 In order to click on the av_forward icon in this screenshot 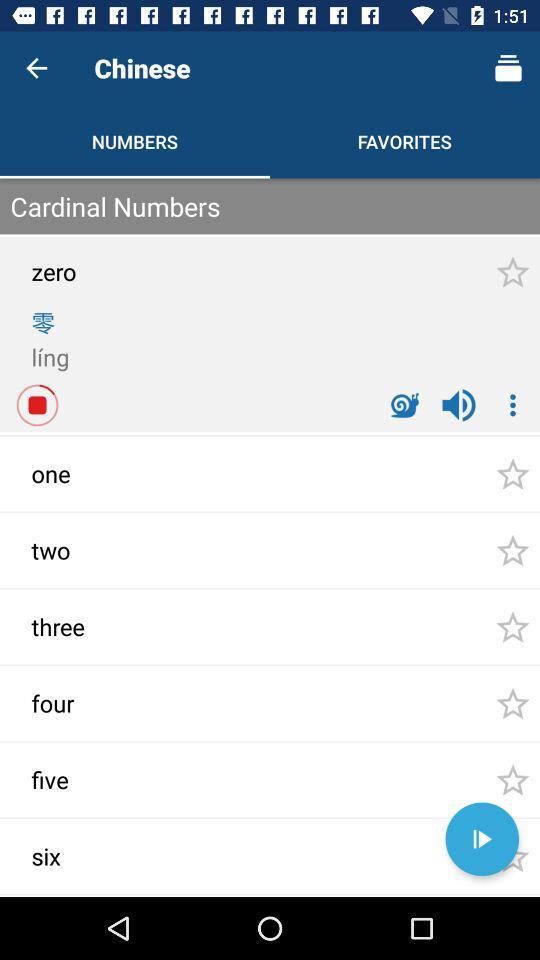, I will do `click(481, 839)`.